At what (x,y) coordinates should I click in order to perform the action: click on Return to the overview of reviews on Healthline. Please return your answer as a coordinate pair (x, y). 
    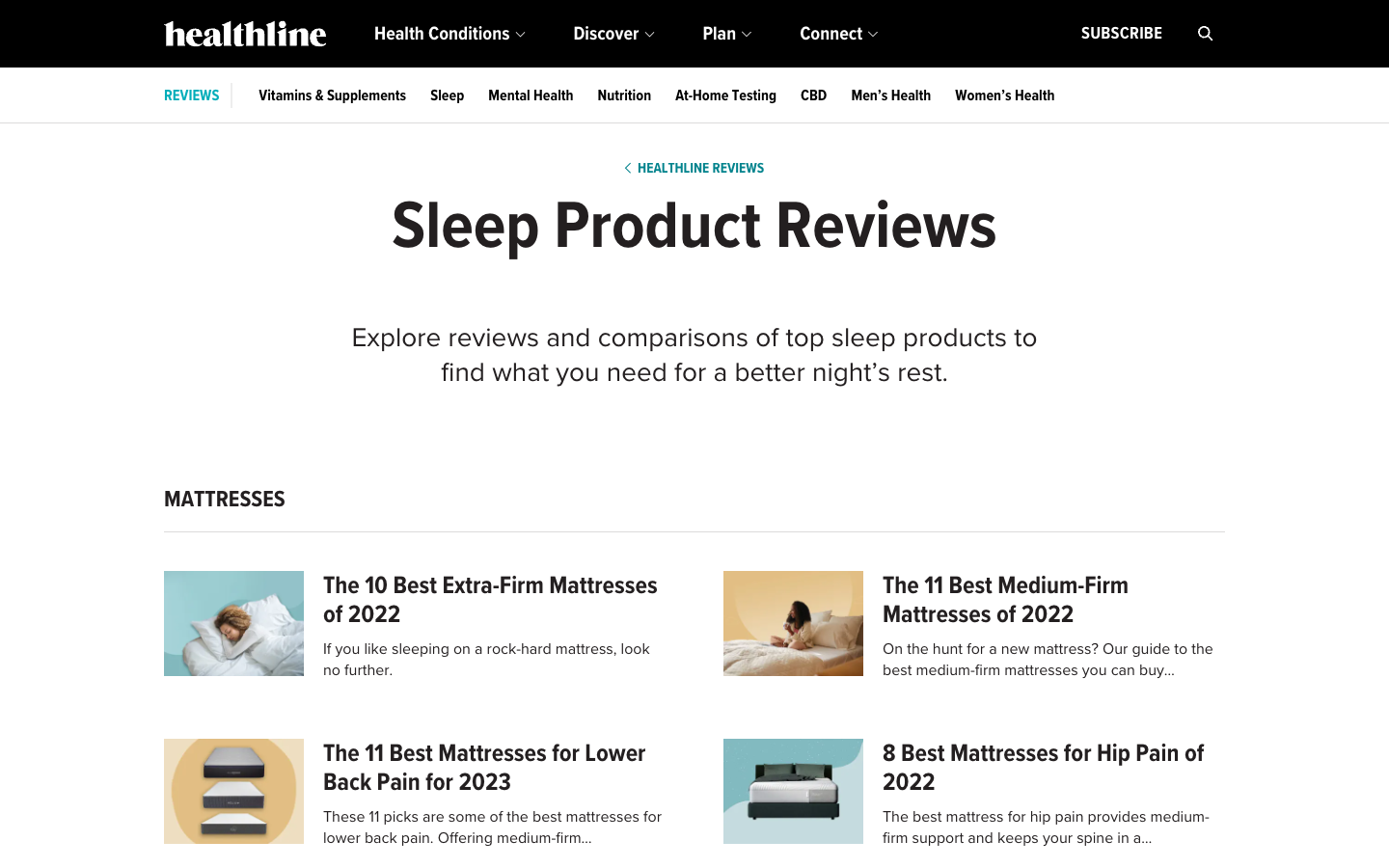
    Looking at the image, I should click on (694, 168).